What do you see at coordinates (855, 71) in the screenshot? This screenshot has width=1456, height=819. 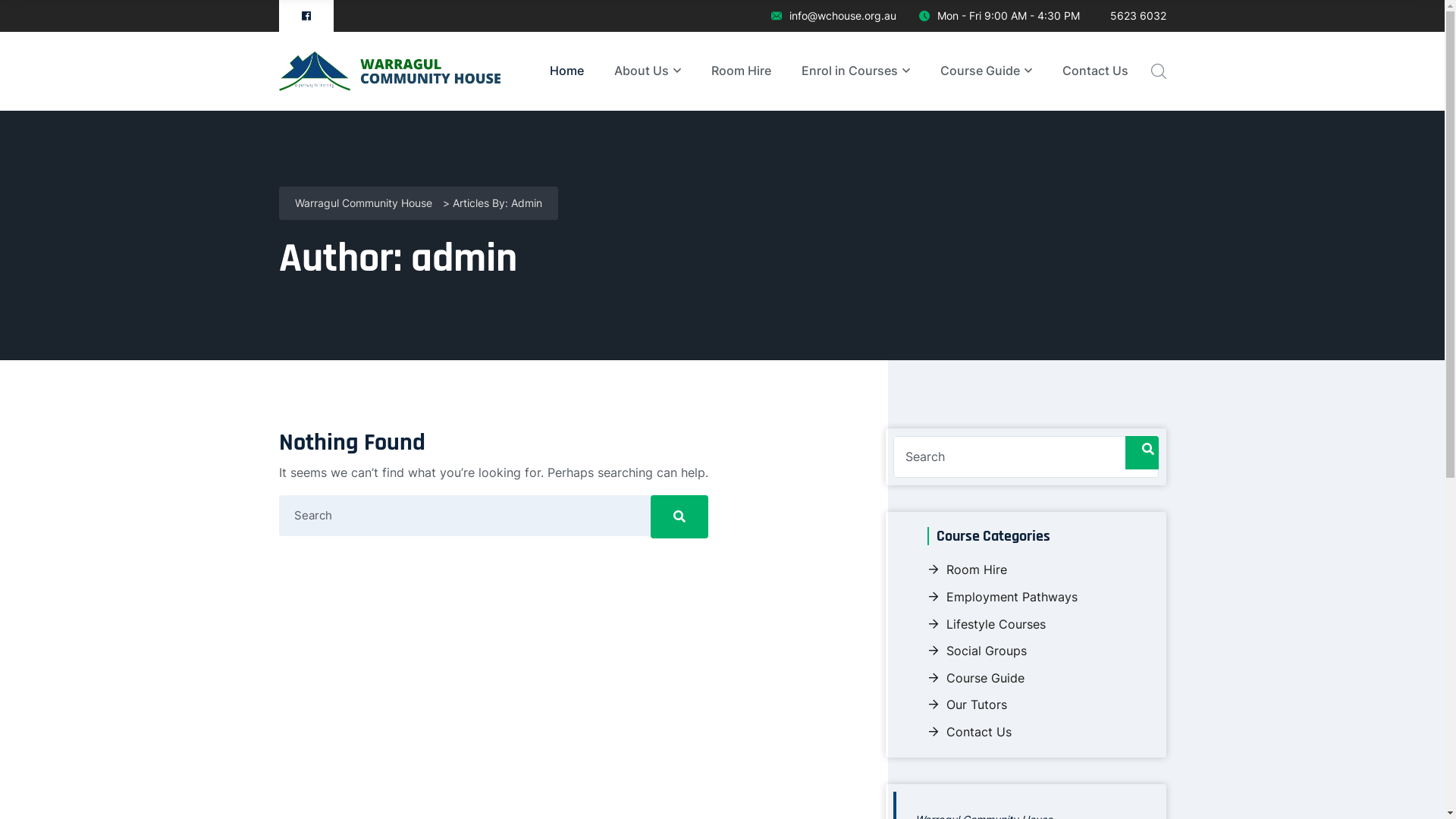 I see `'Enrol in Courses'` at bounding box center [855, 71].